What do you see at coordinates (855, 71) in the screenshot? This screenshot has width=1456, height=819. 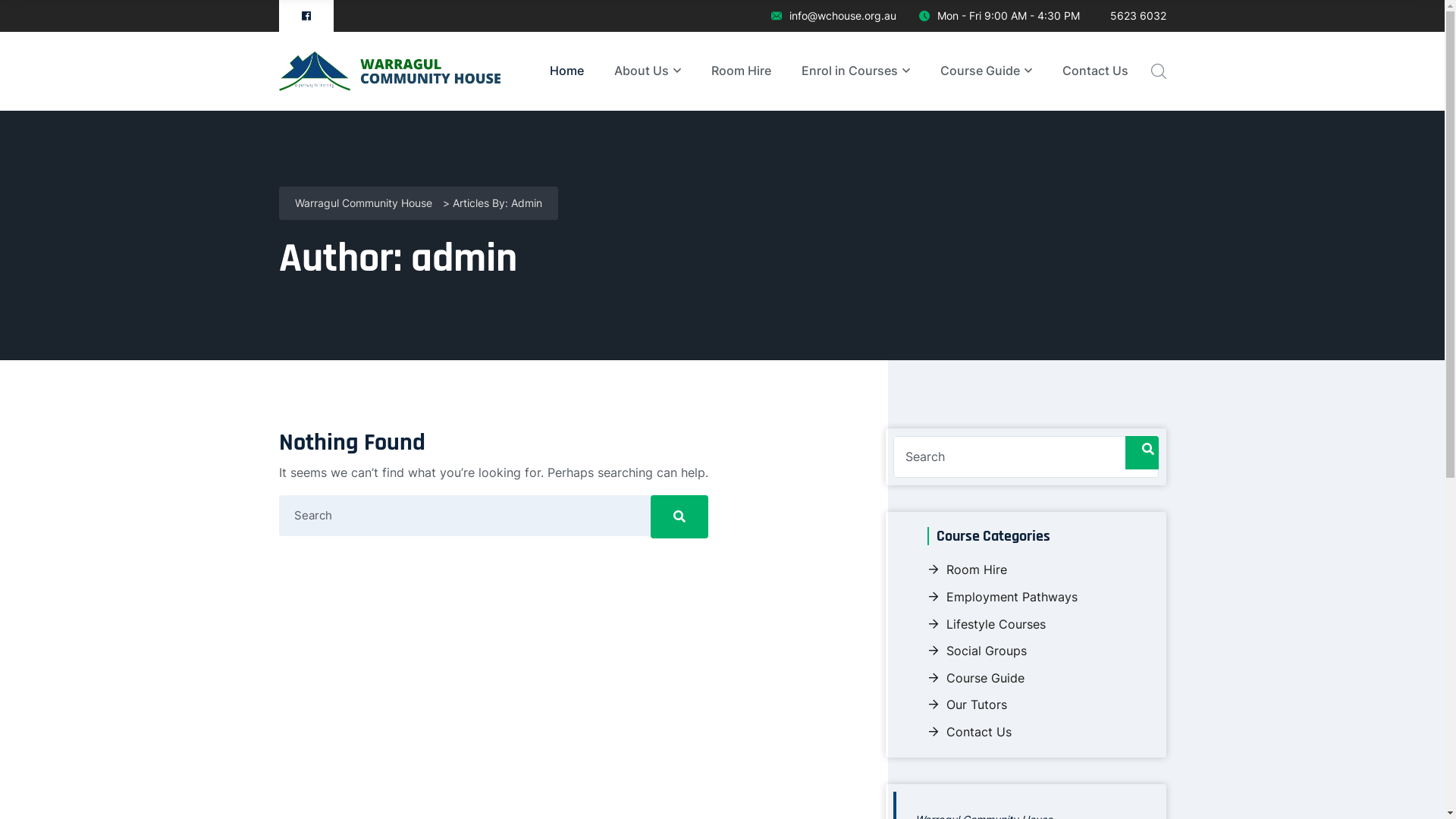 I see `'Enrol in Courses'` at bounding box center [855, 71].